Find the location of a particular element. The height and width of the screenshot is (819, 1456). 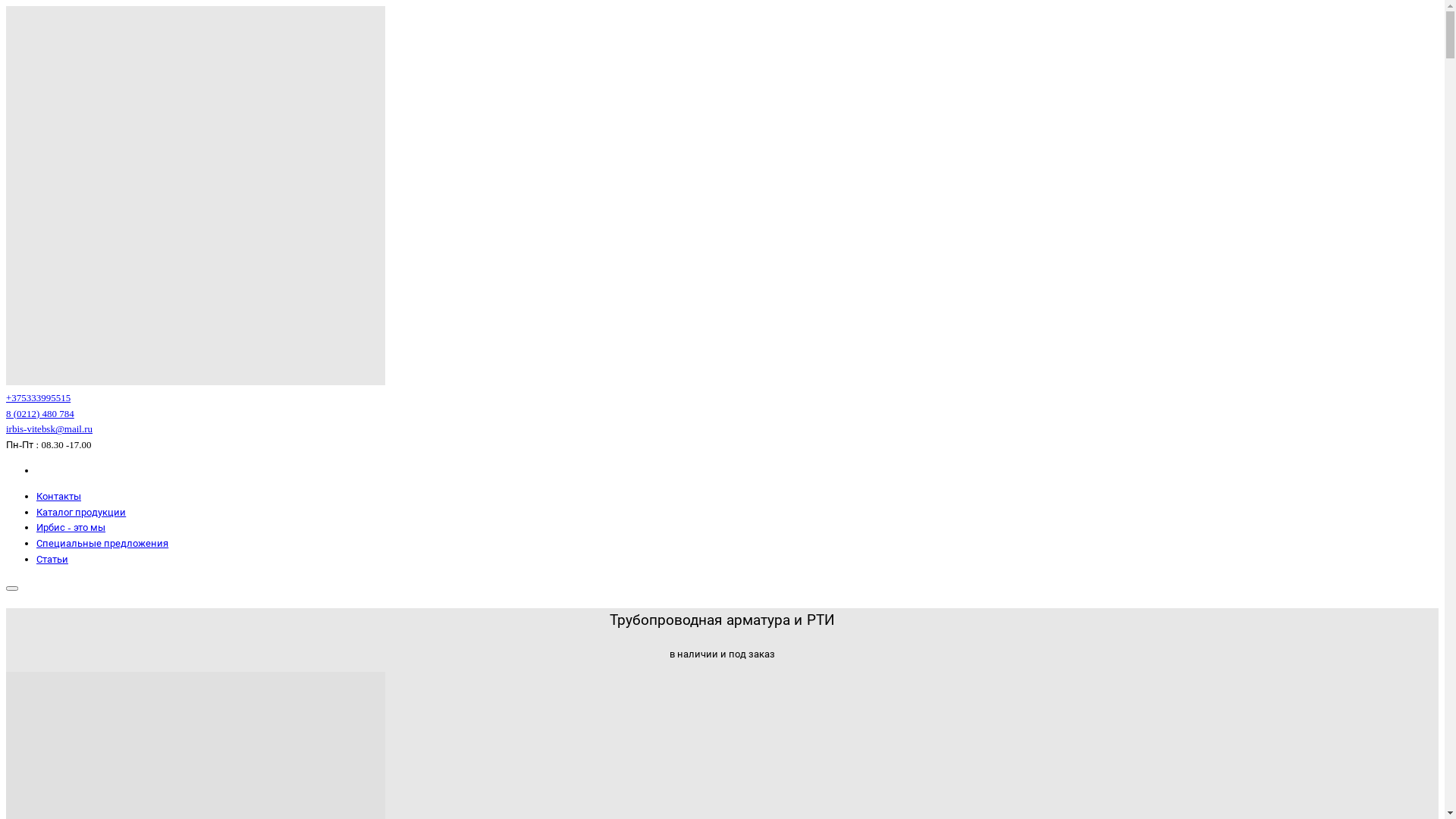

'8 (0212) 480 784' is located at coordinates (6, 413).